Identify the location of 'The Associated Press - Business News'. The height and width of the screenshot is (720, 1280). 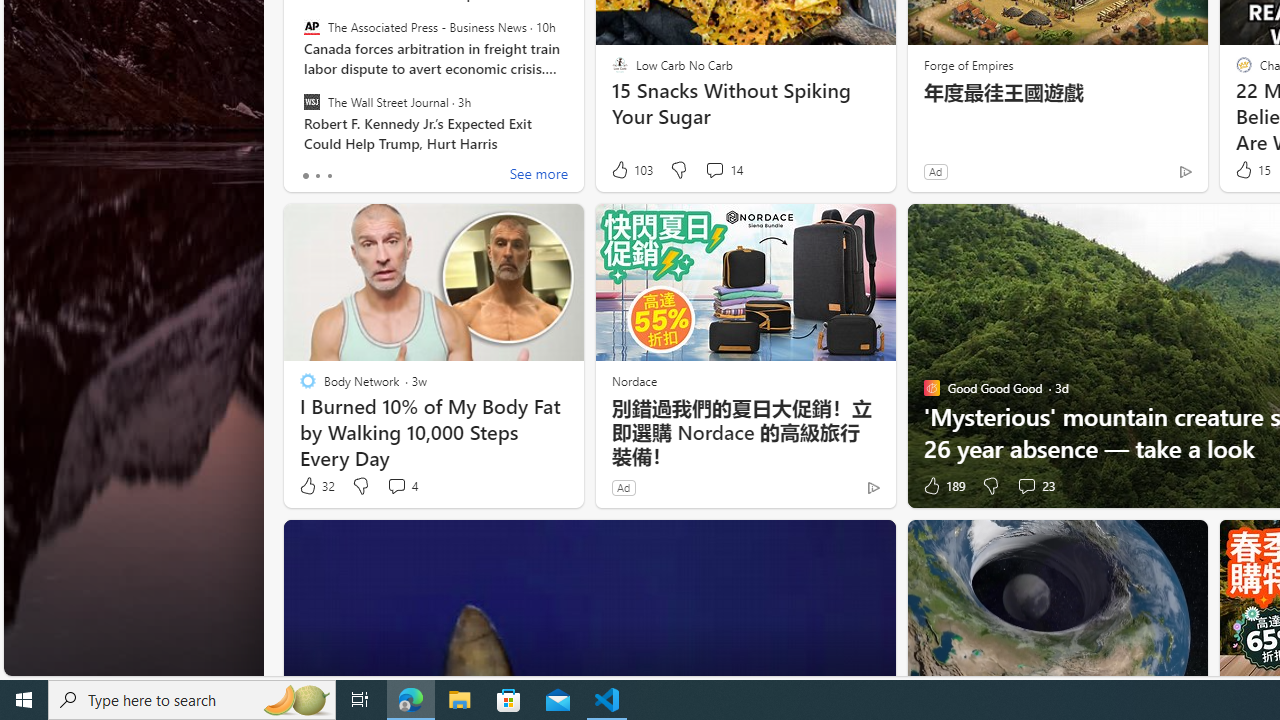
(310, 27).